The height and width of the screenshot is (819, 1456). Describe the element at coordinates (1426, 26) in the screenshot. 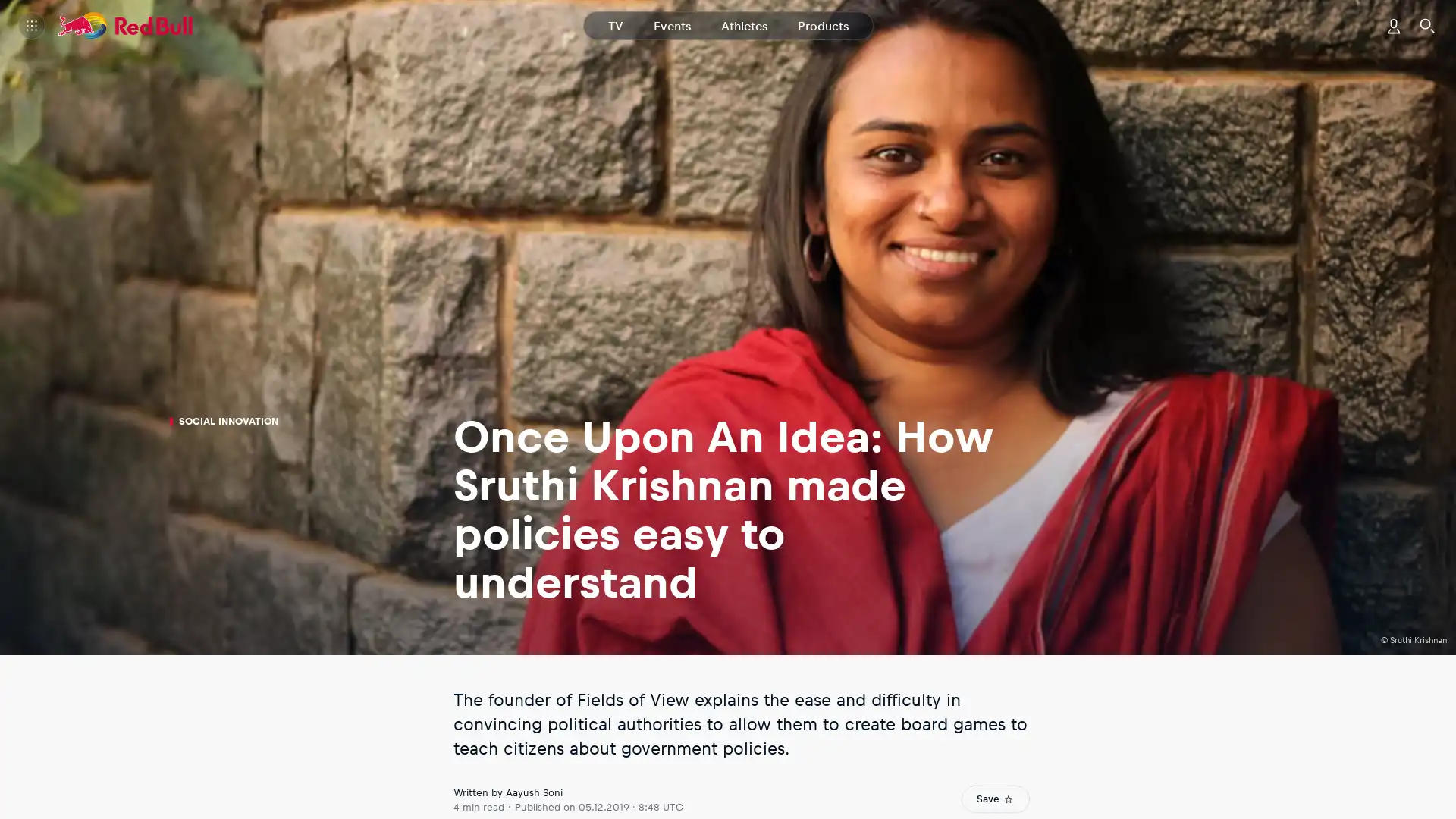

I see `Search` at that location.